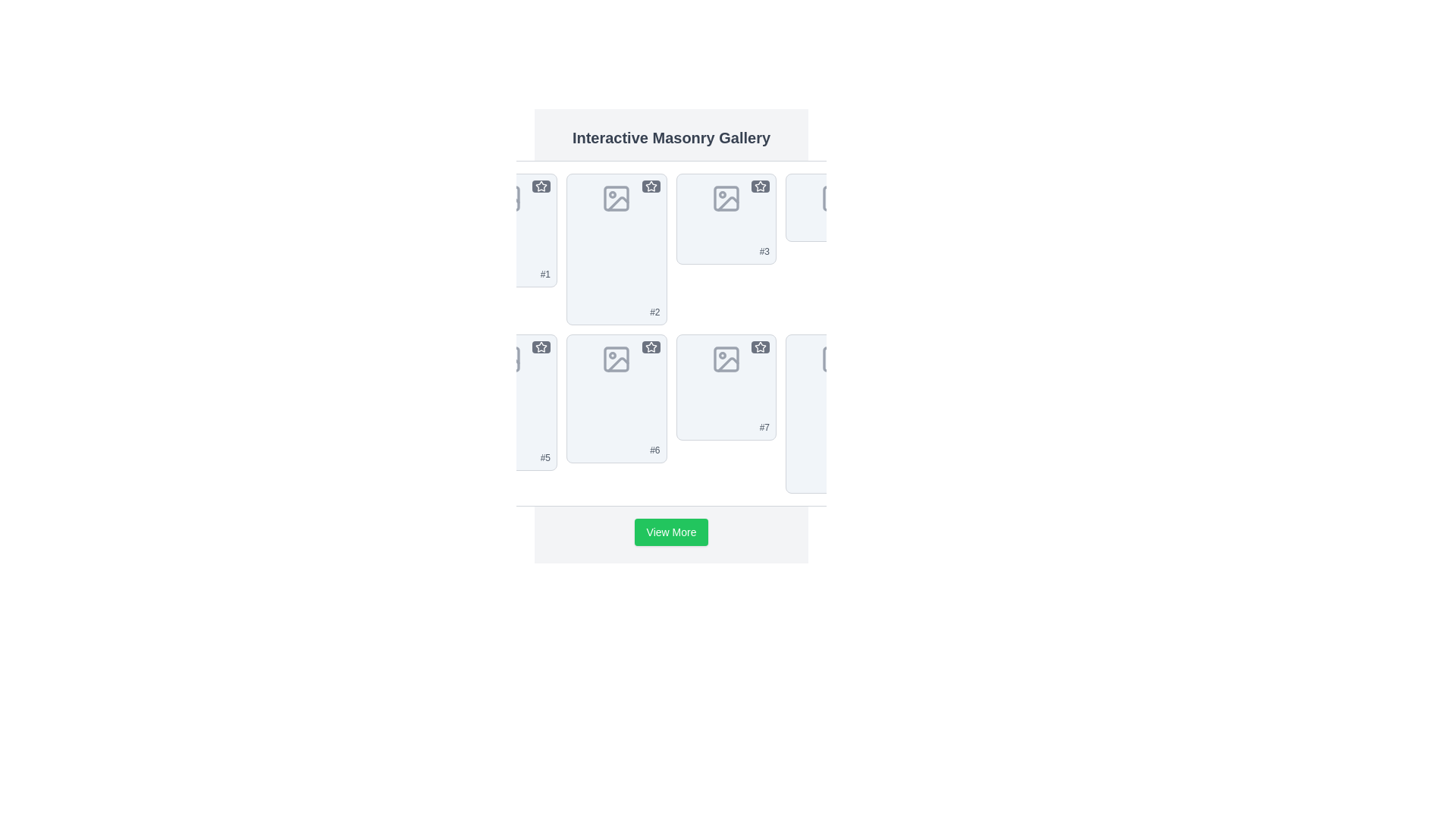 This screenshot has width=1456, height=819. Describe the element at coordinates (670, 532) in the screenshot. I see `the button located at the bottom middle region of the content section to change its appearance` at that location.